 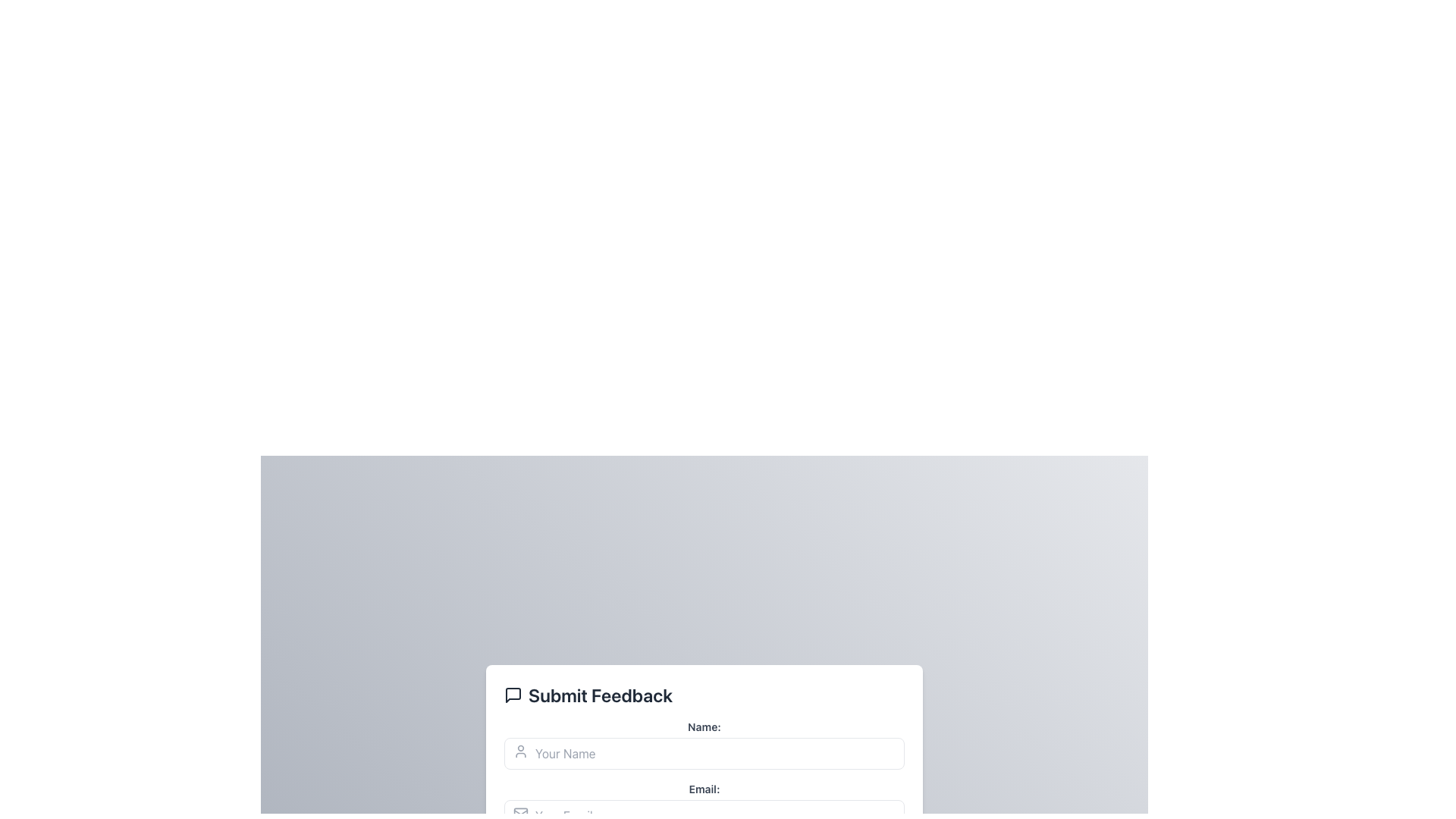 I want to click on the icon that indicates the 'Name' input field, positioned above and to the left of the input field labeled 'Name:', so click(x=520, y=752).